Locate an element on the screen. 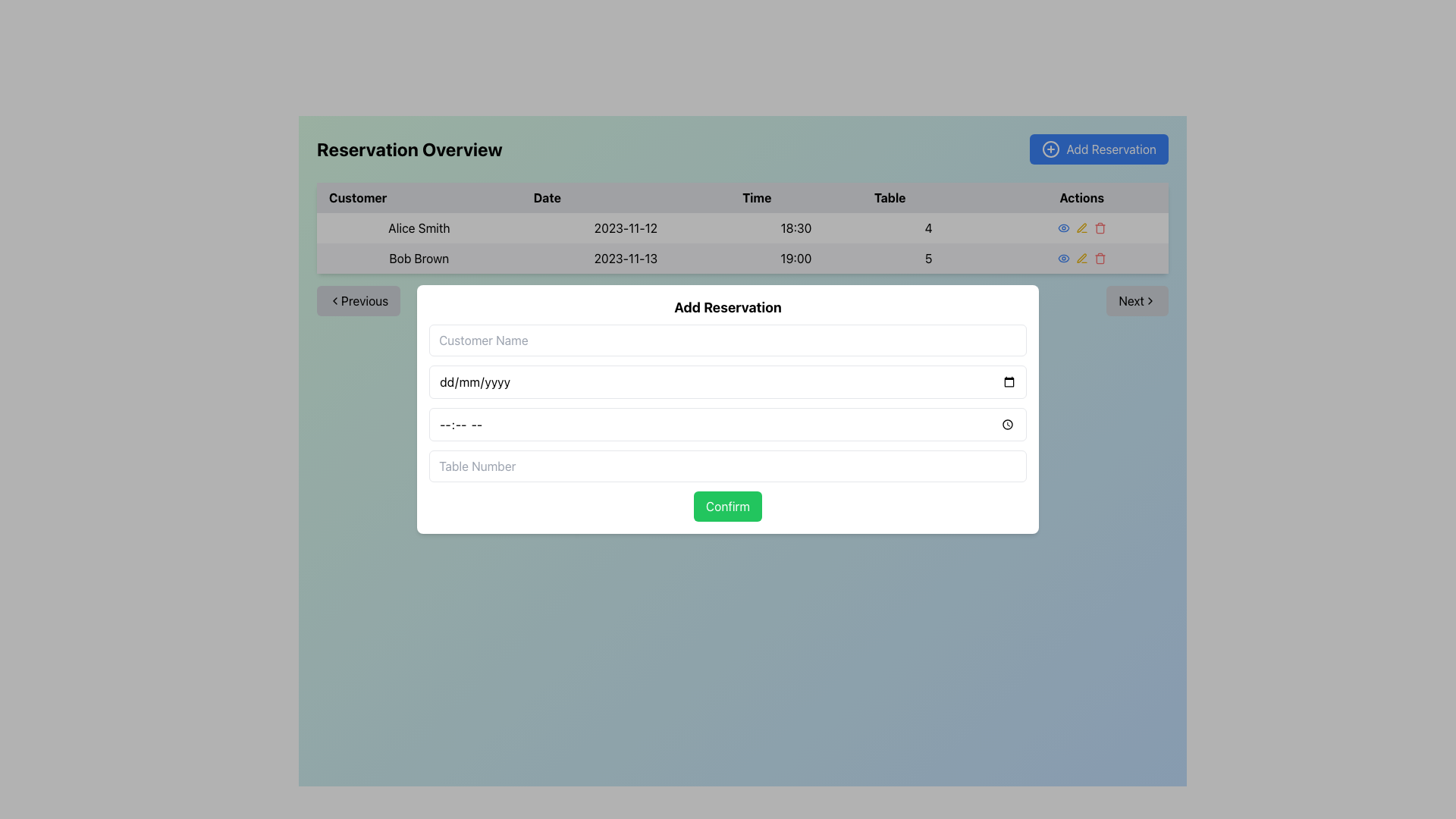 Image resolution: width=1456 pixels, height=819 pixels. the 'Add Reservation' button, which has a blue background, white text, and is located at the top-right corner of the 'Reservation Overview' header is located at coordinates (1099, 149).